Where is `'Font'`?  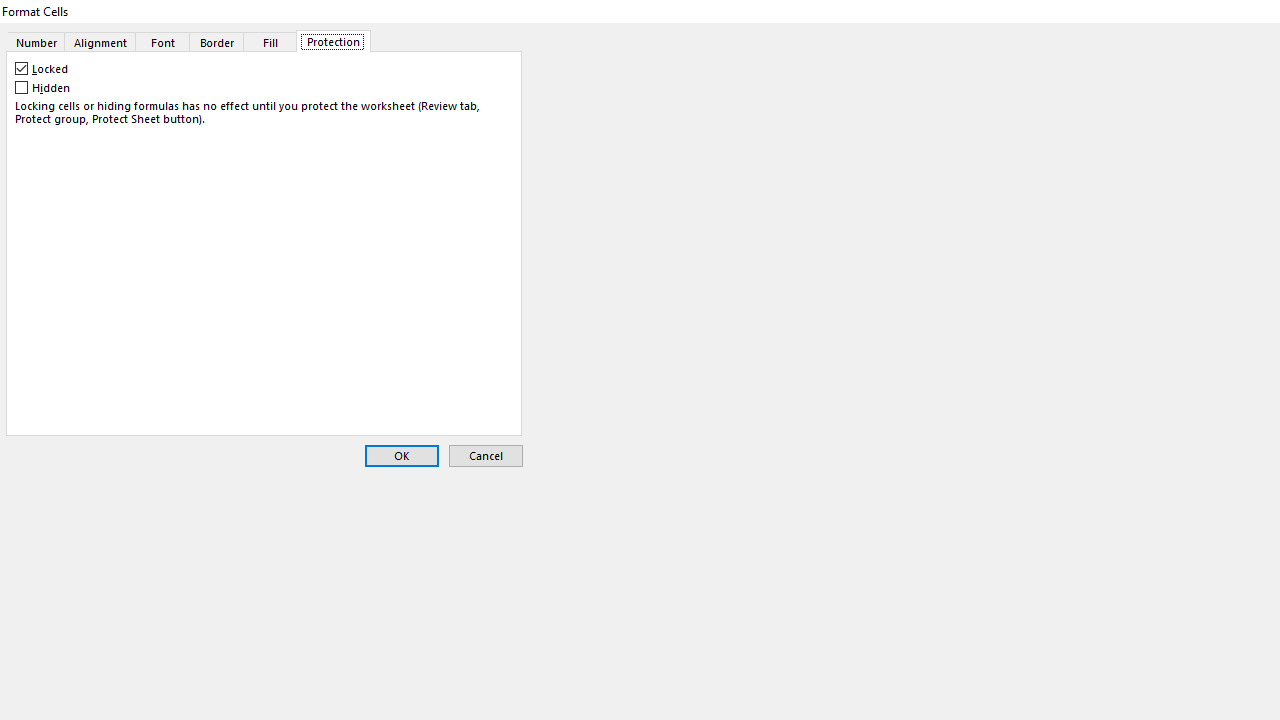 'Font' is located at coordinates (162, 41).